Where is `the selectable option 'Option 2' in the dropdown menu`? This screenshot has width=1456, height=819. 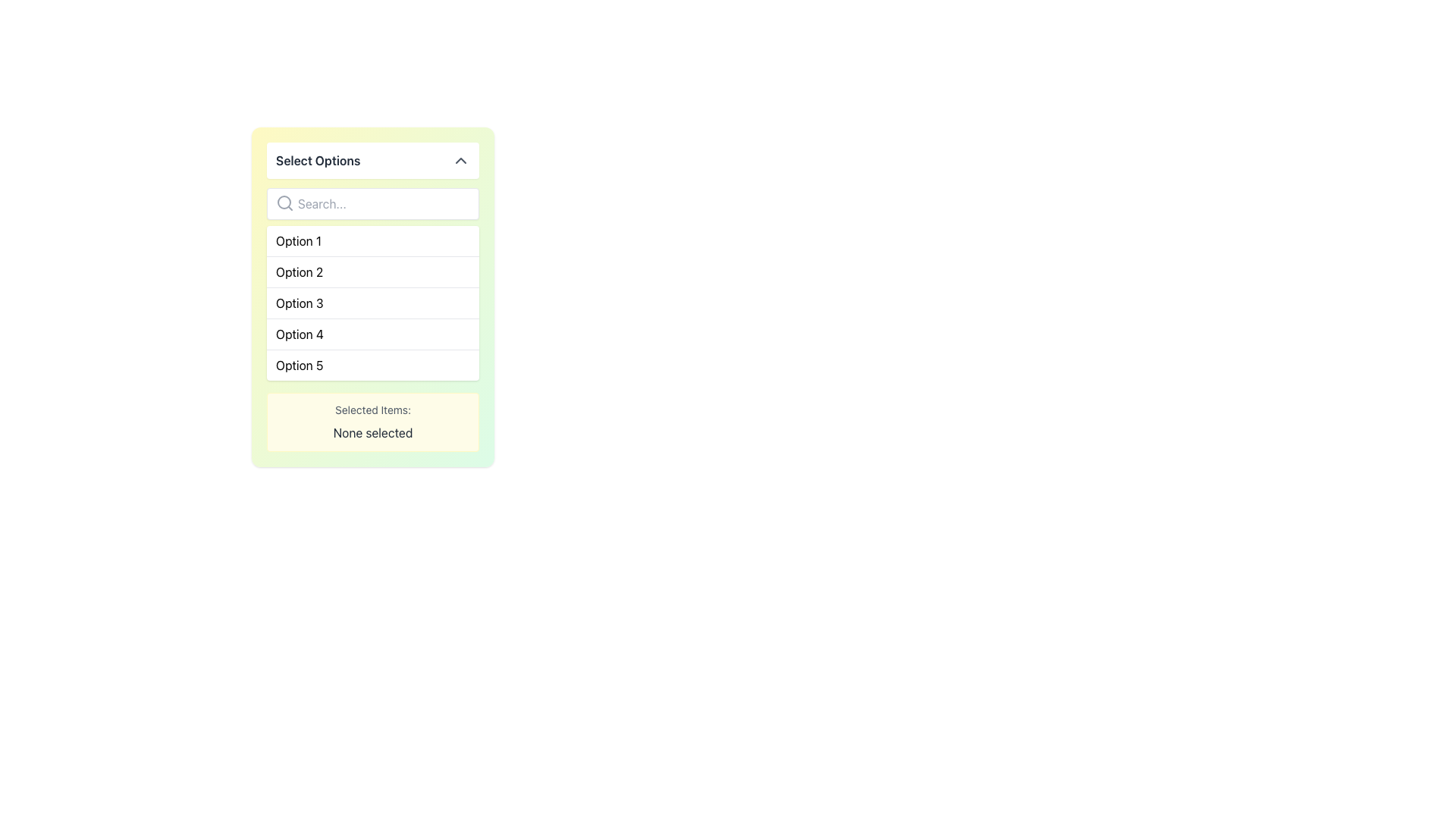 the selectable option 'Option 2' in the dropdown menu is located at coordinates (300, 271).